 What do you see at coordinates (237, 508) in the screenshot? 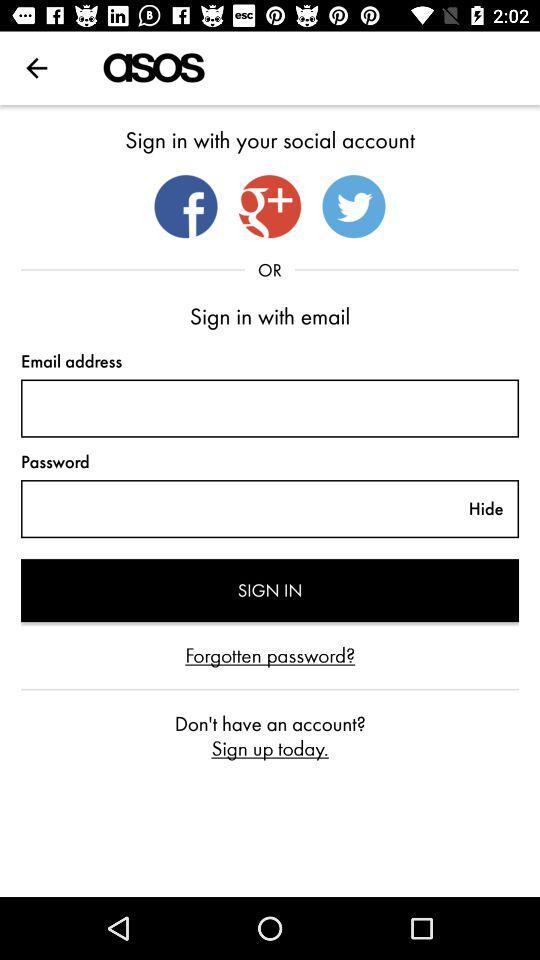
I see `description` at bounding box center [237, 508].